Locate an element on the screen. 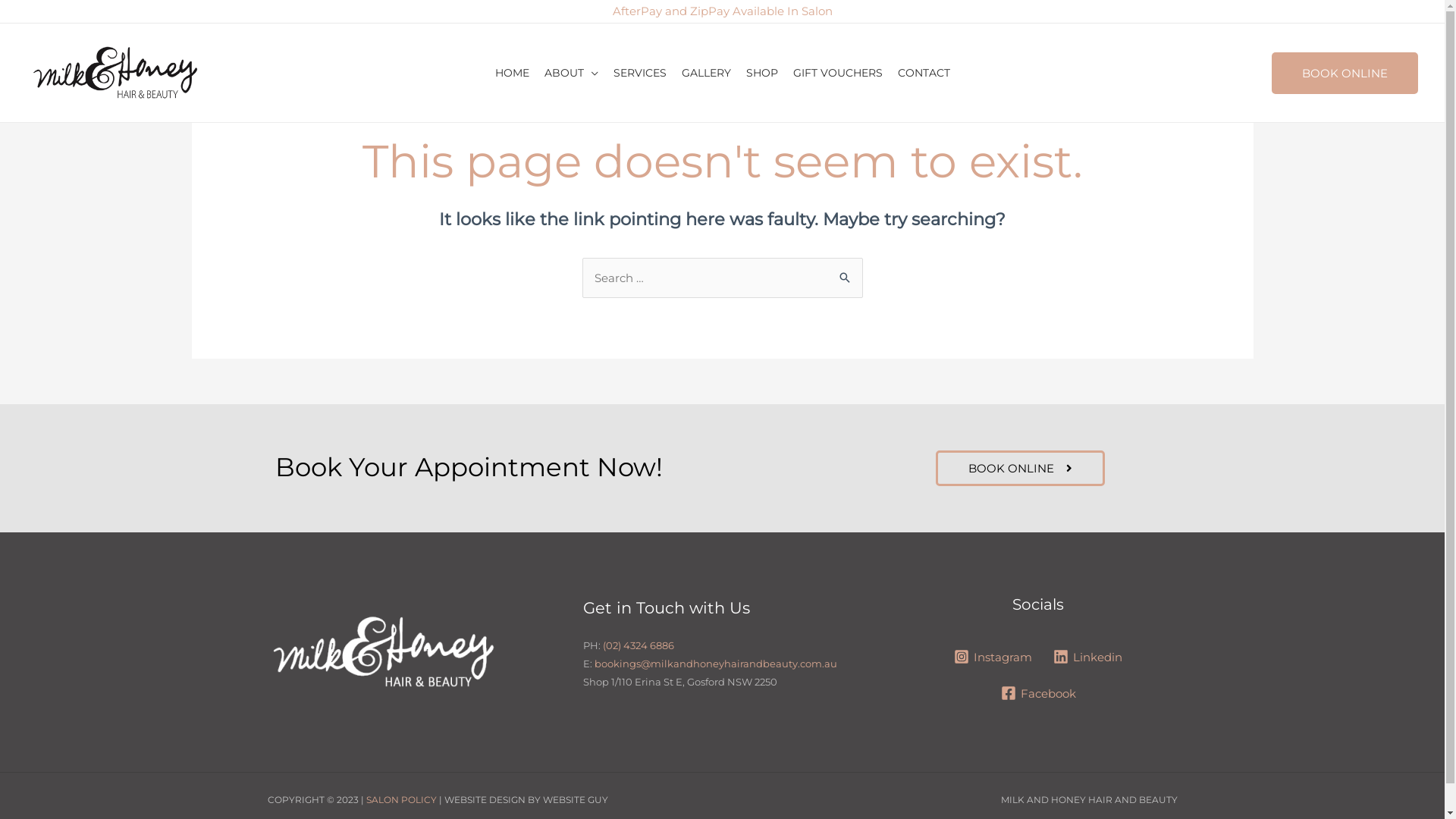  'bookings@milkandhoneyhairandbeauty.com.au' is located at coordinates (715, 663).